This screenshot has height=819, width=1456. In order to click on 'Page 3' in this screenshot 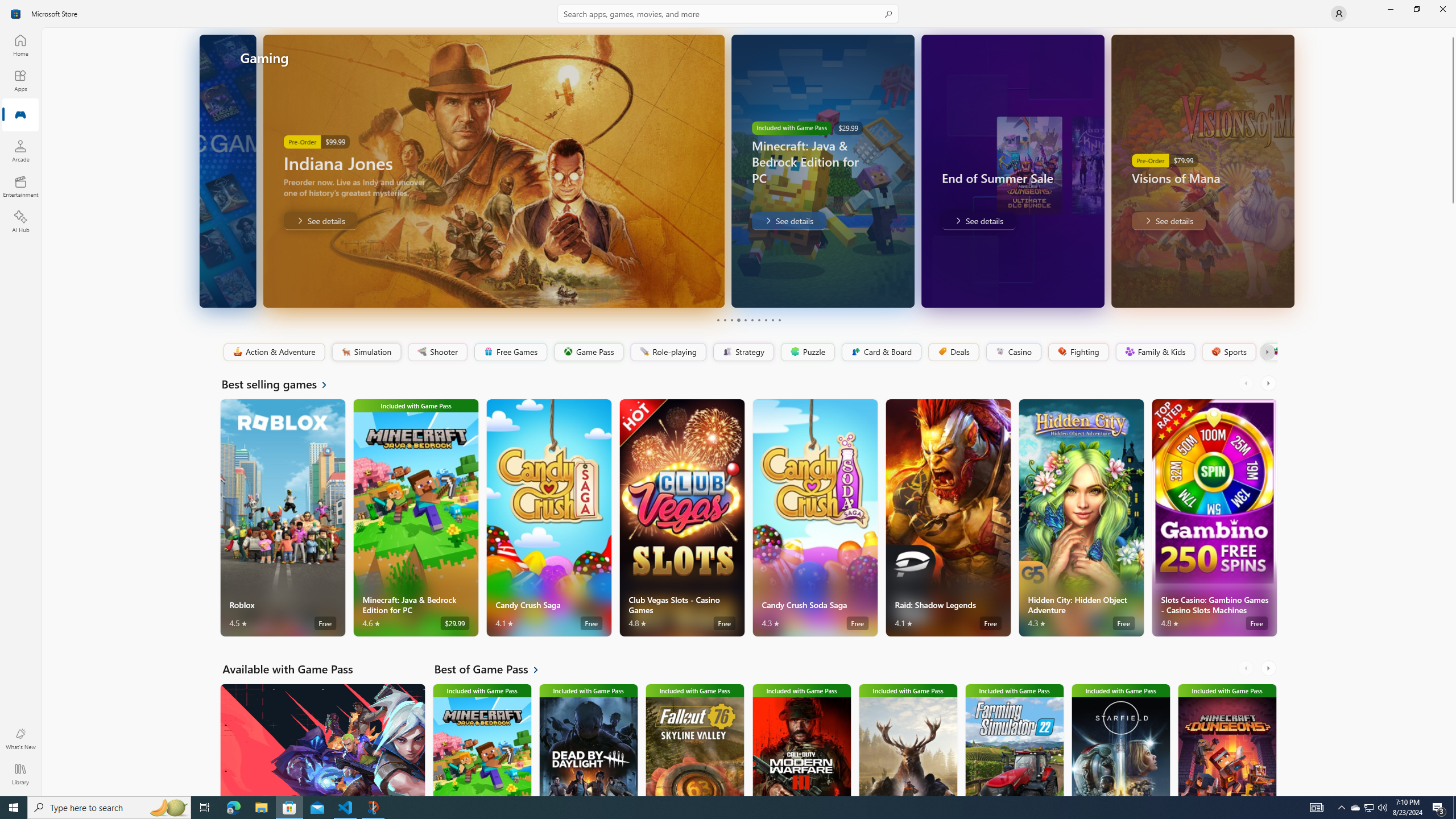, I will do `click(731, 320)`.